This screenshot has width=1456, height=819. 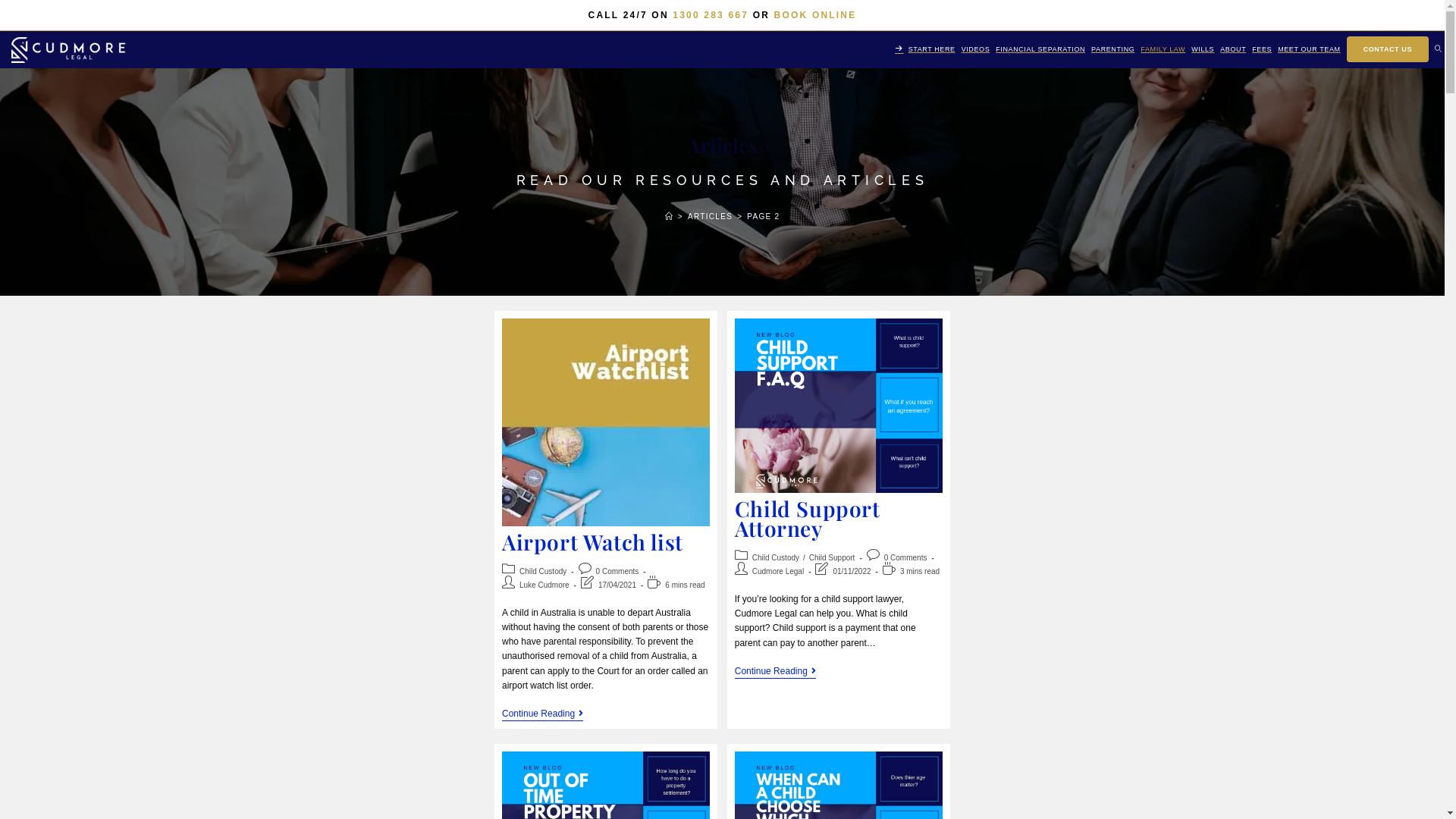 What do you see at coordinates (544, 584) in the screenshot?
I see `'Luke Cudmore'` at bounding box center [544, 584].